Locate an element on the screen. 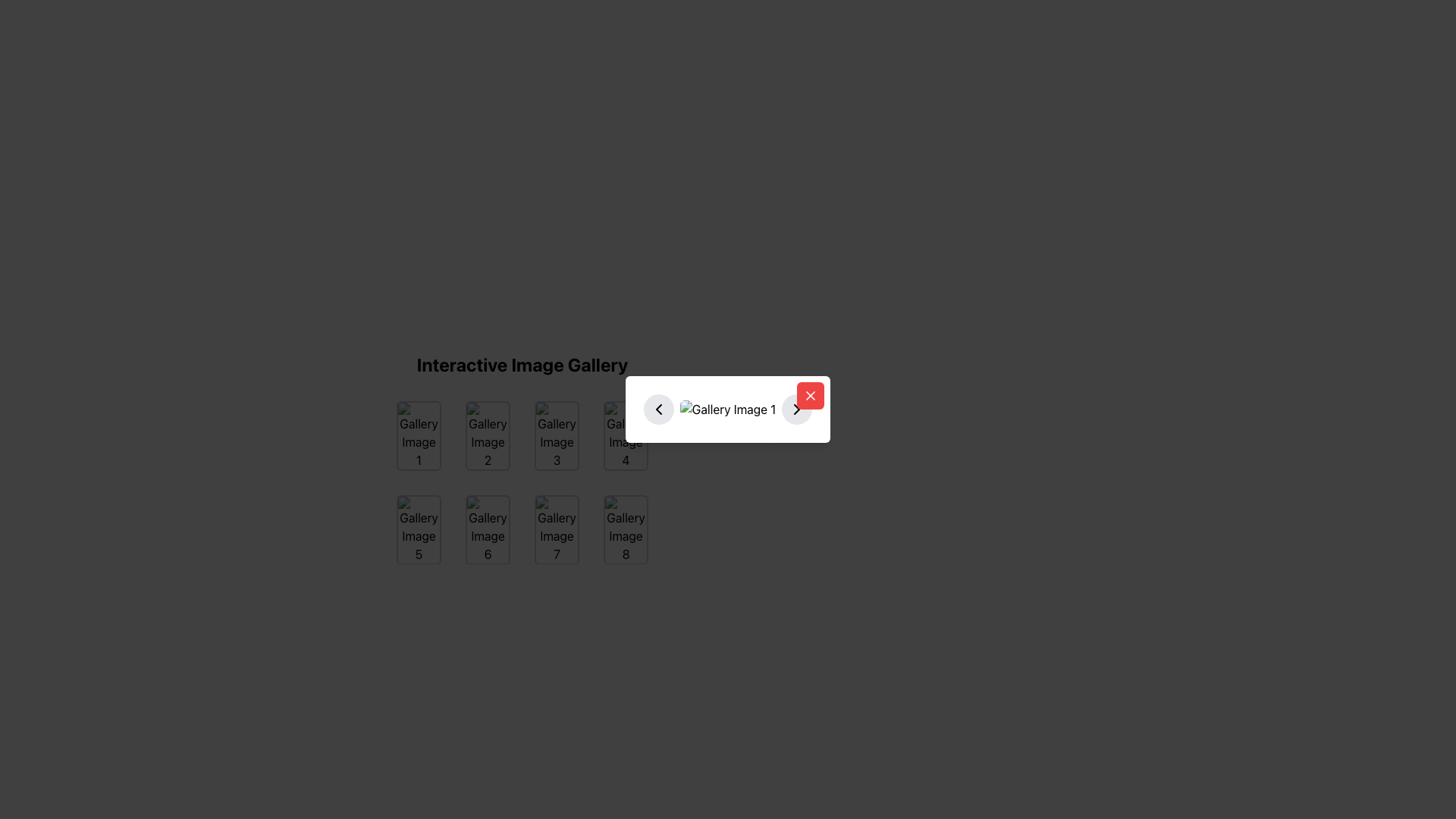  the 'Next' button SVG icon (chevron arrow) located on the right-hand side of the dialog box in the image gallery interface is located at coordinates (796, 409).